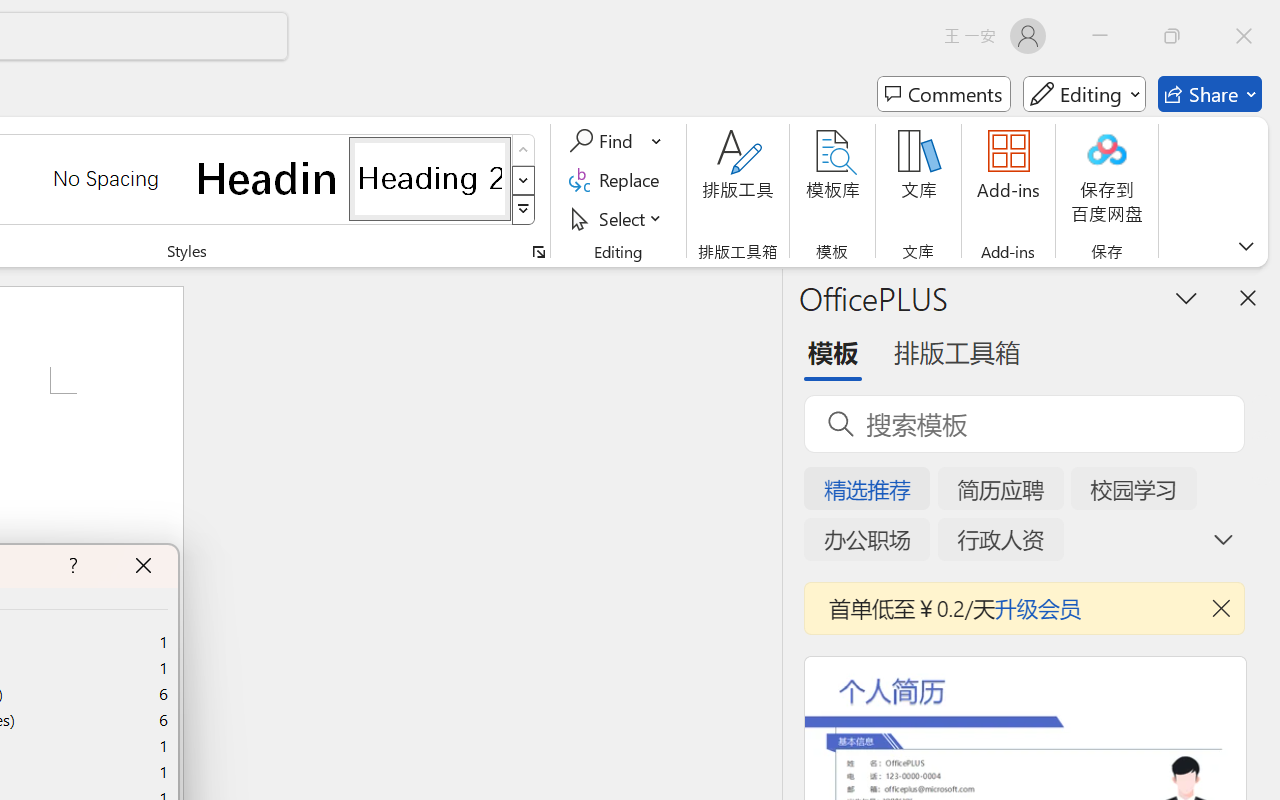 The image size is (1280, 800). Describe the element at coordinates (1083, 94) in the screenshot. I see `'Mode'` at that location.